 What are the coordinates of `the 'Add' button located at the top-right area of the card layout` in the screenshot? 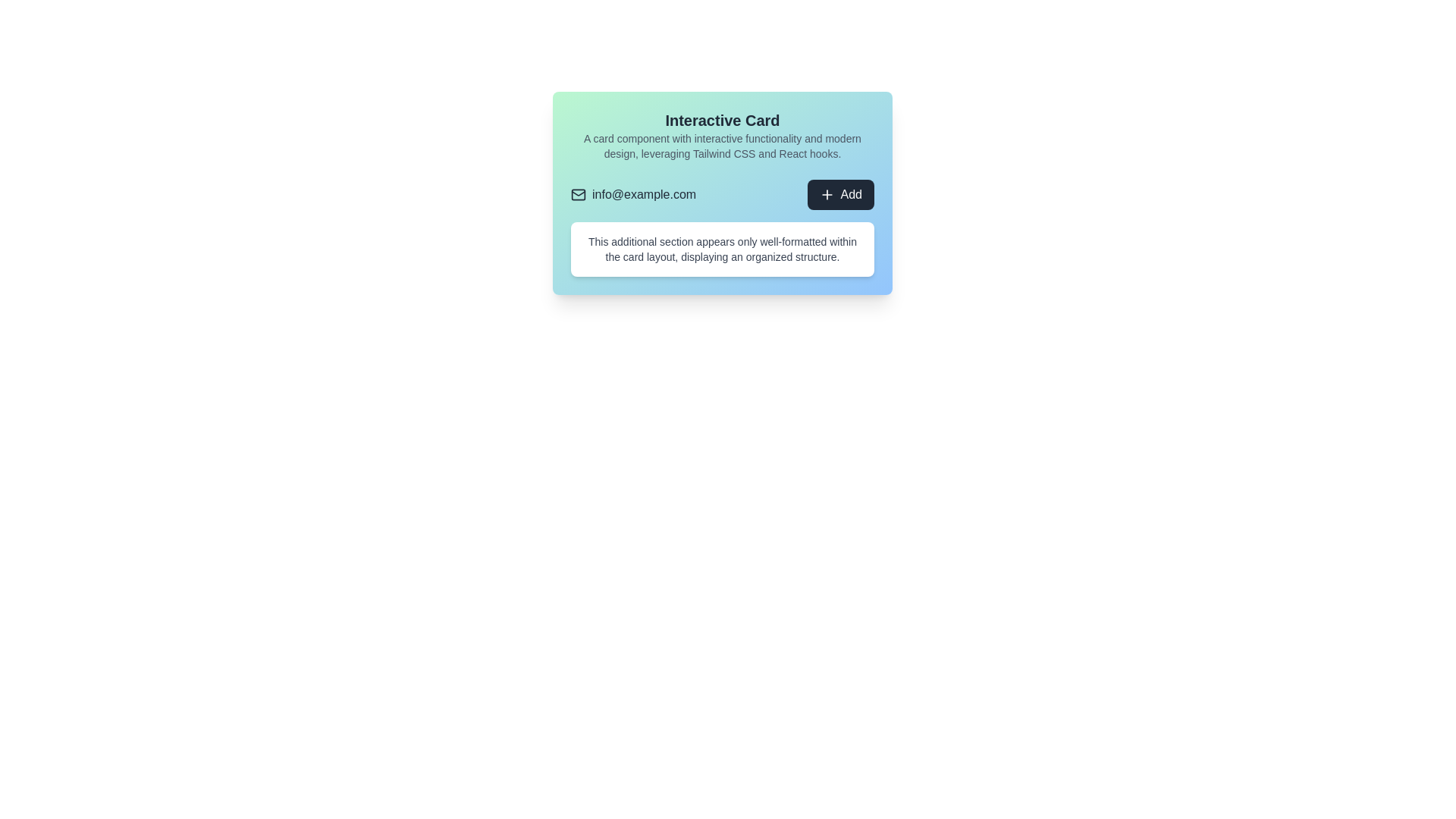 It's located at (839, 194).